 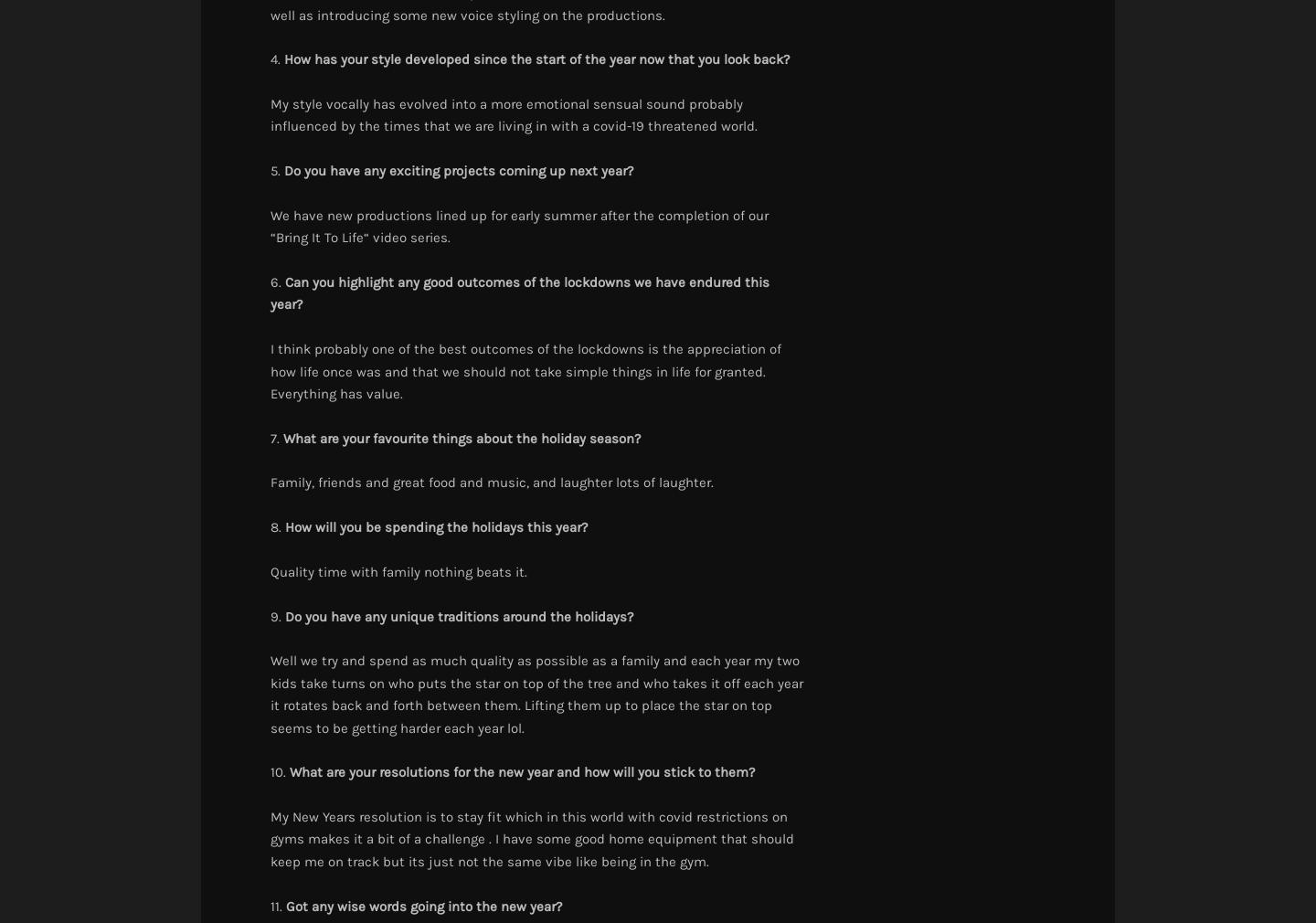 What do you see at coordinates (525, 371) in the screenshot?
I see `'I think probably one of the best outcomes of the lockdowns is the appreciation of how life once was and that we should not take simple things in life for granted. Everything has value.'` at bounding box center [525, 371].